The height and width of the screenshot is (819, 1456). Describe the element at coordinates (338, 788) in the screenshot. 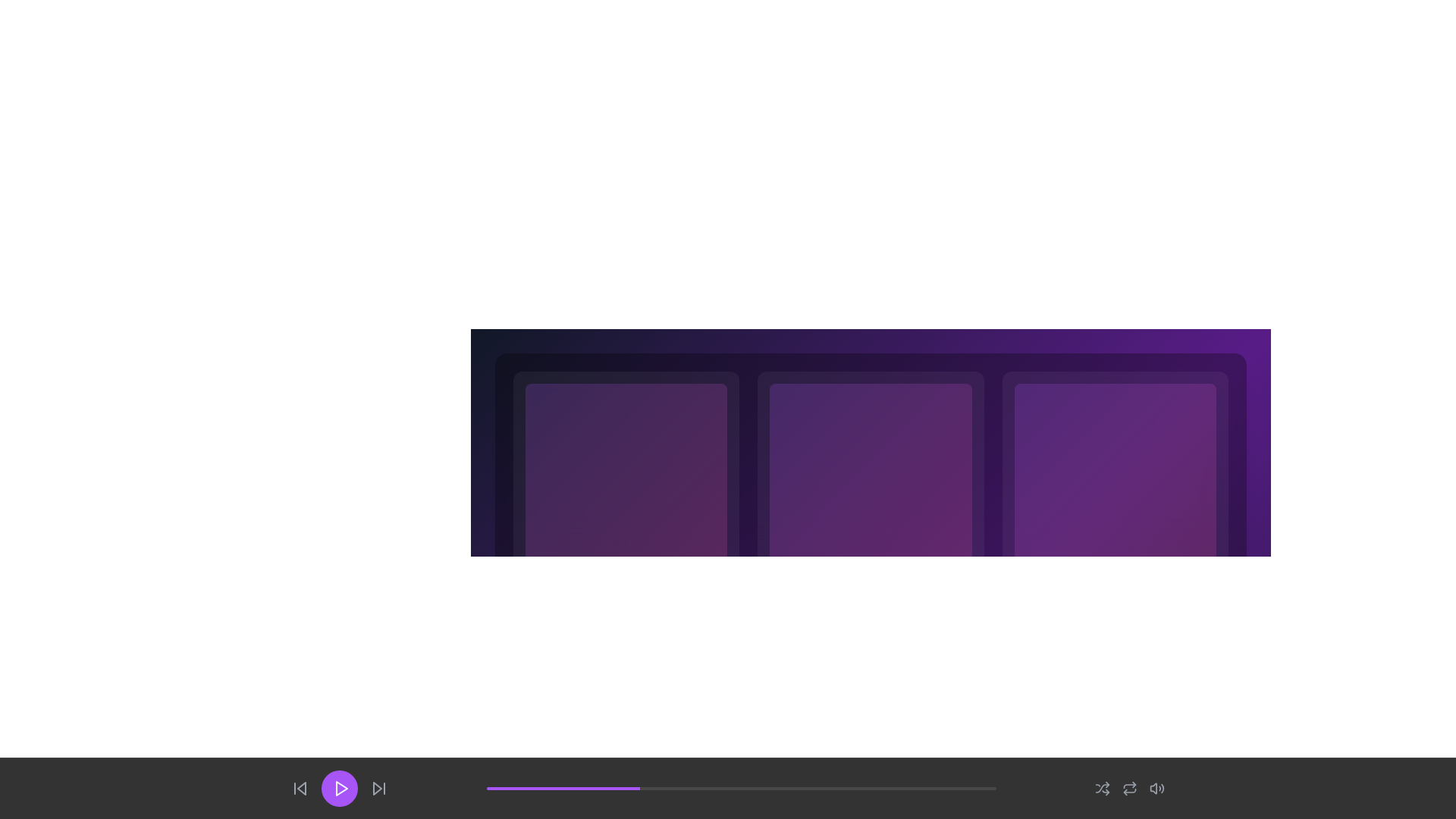

I see `the circular button with a purple background and a white play icon centered within it to play media` at that location.